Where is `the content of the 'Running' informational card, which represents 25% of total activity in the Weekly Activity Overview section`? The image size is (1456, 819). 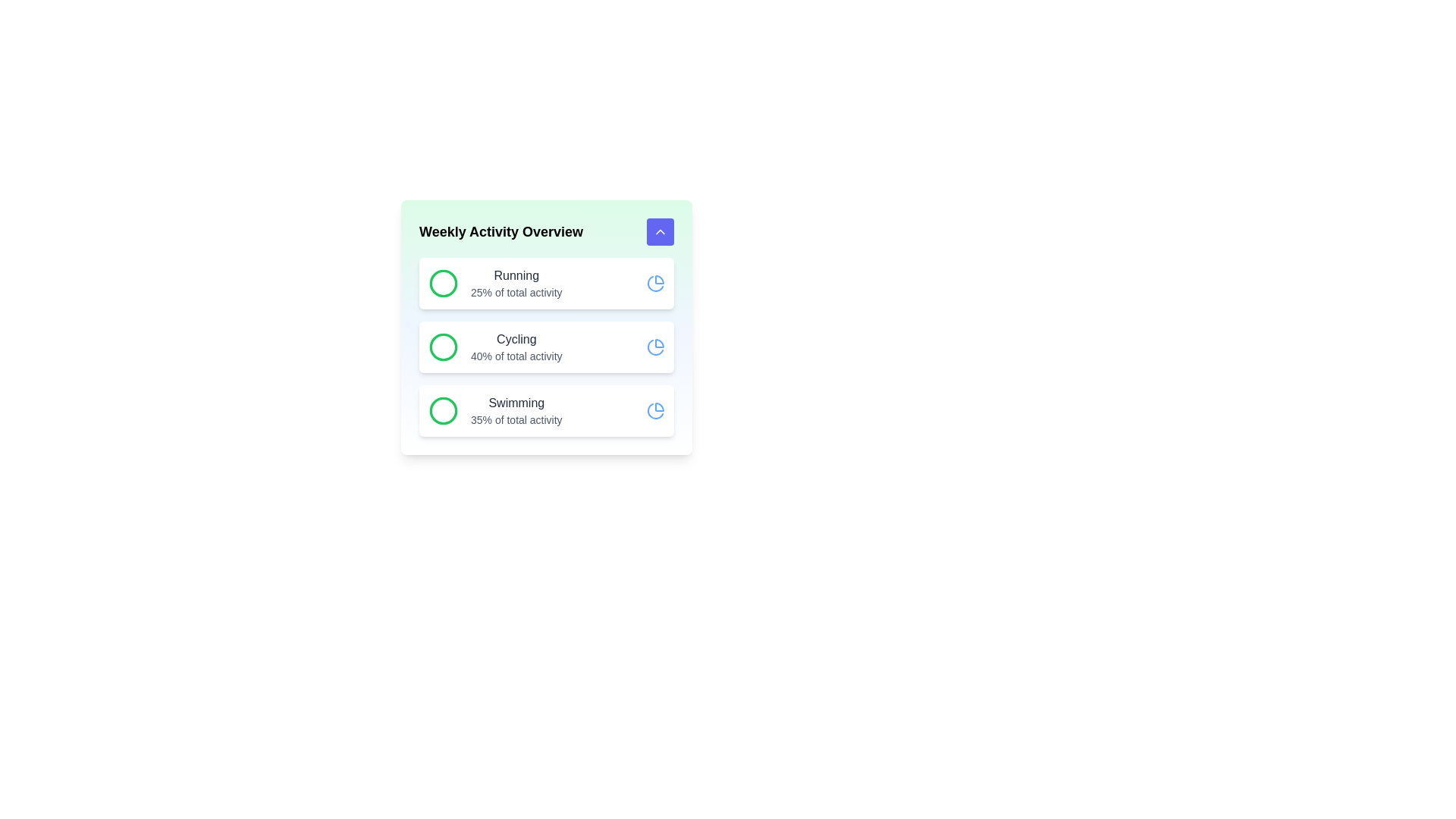 the content of the 'Running' informational card, which represents 25% of total activity in the Weekly Activity Overview section is located at coordinates (546, 284).